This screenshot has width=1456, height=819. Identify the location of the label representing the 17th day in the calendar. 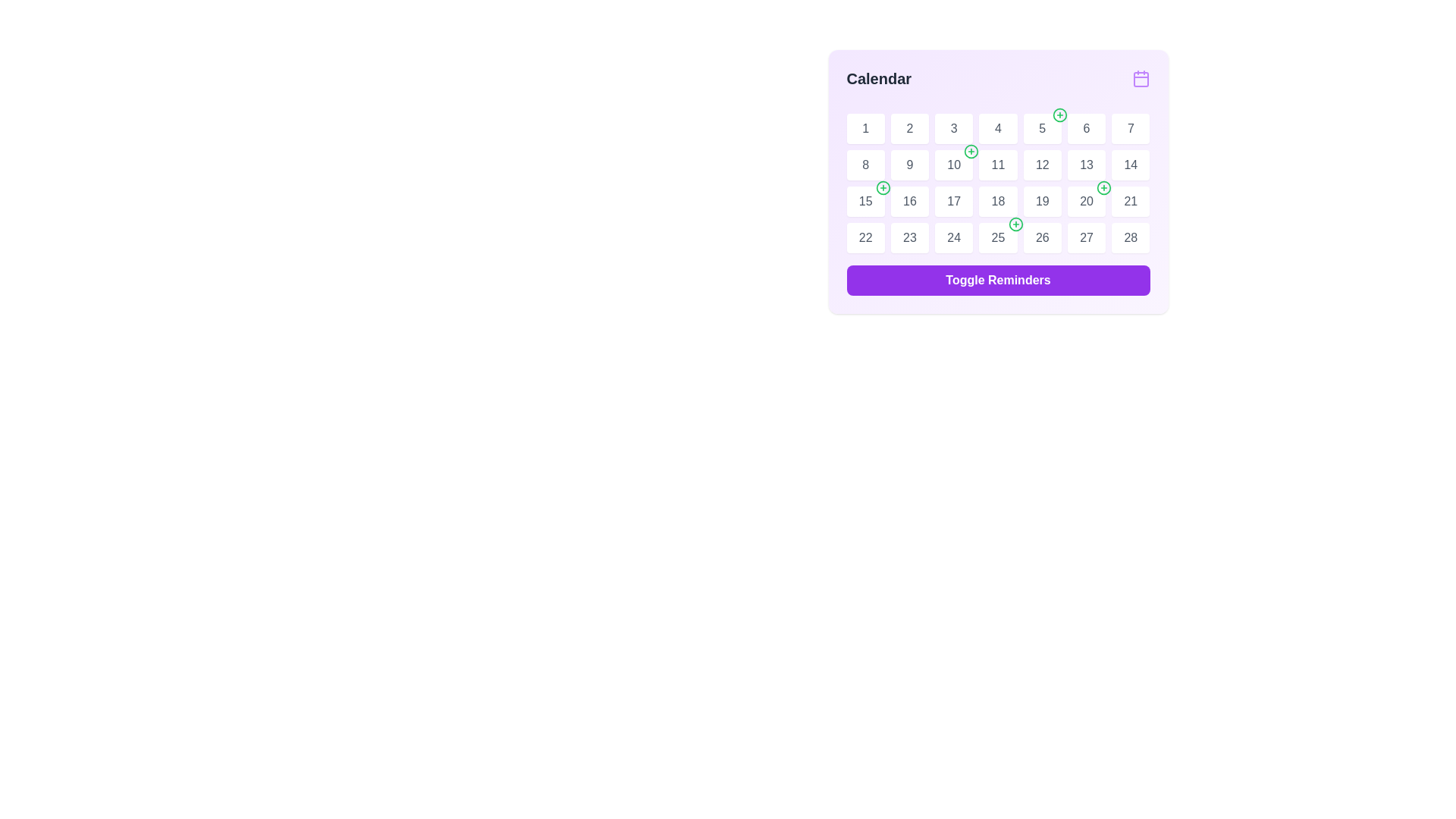
(953, 200).